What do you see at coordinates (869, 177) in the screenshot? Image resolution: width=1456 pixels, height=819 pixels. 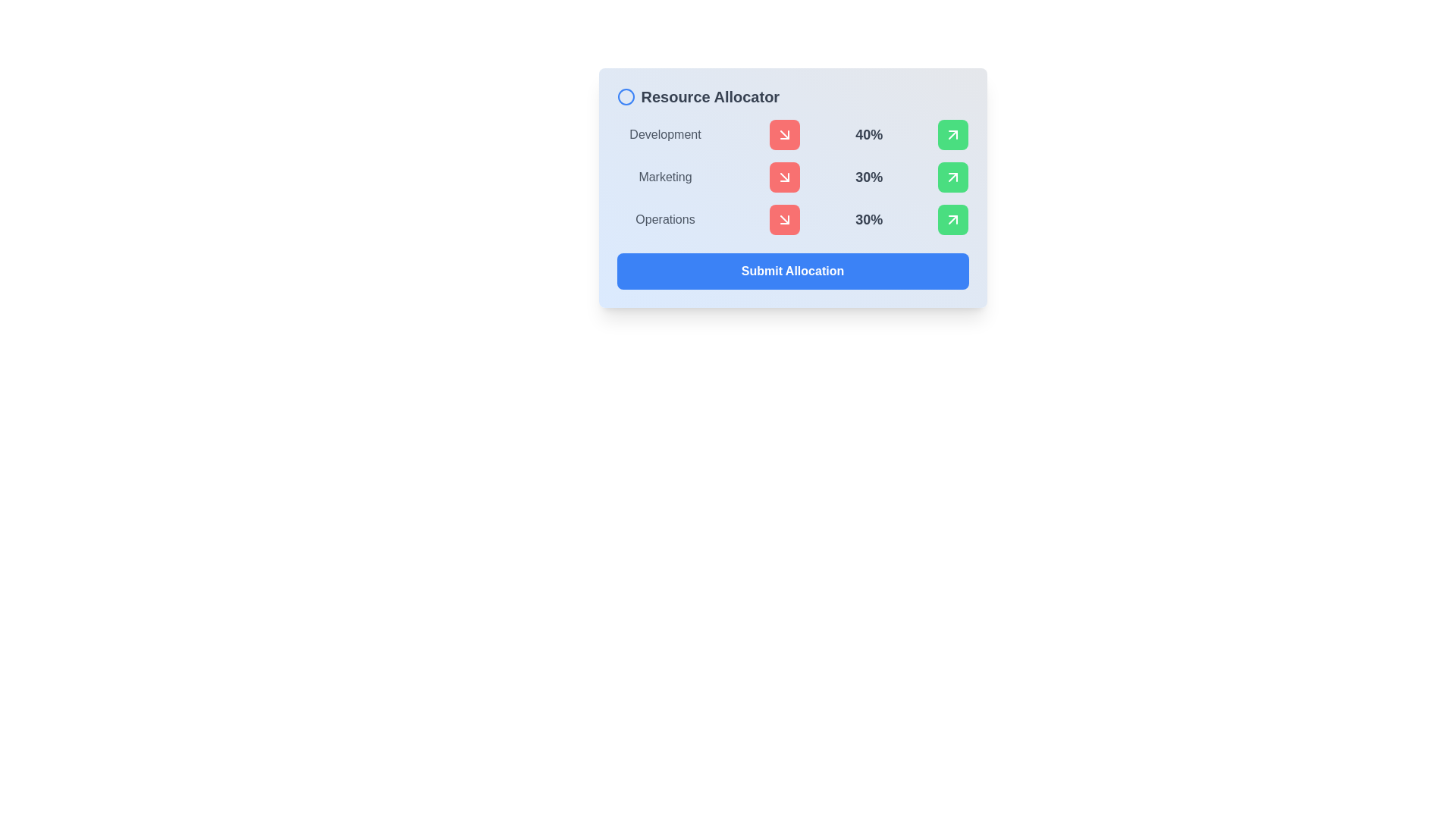 I see `the static text label displaying '30%' that is bold and dark gray, located in the row corresponding to 'Marketing', to the right of the 'Marketing' label and adjacent to a red downward-pointing arrow icon` at bounding box center [869, 177].